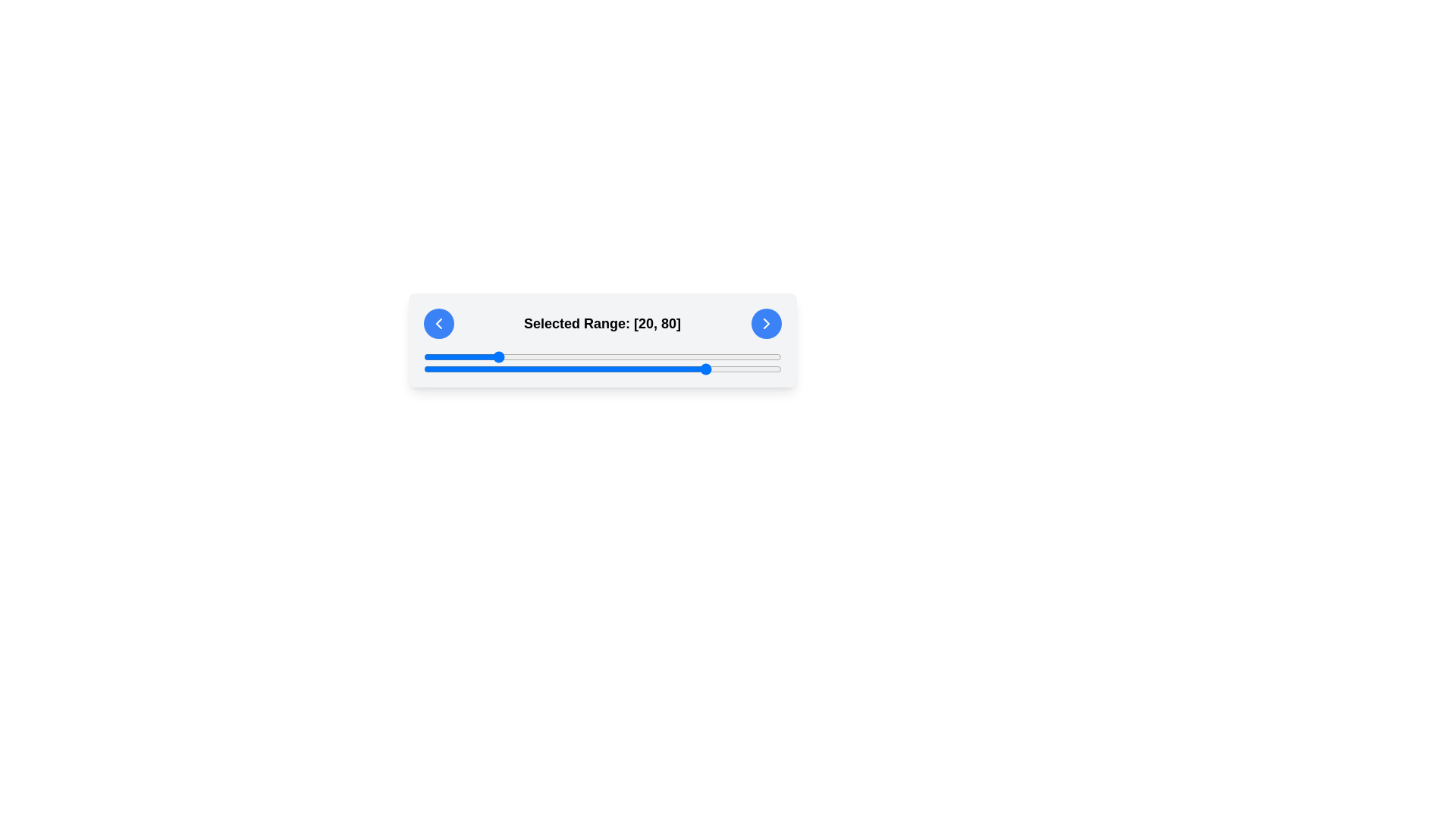 This screenshot has height=819, width=1456. I want to click on the text label displaying 'Selected Range: [20, 80]', which is located centrally between two blue circular buttons with chevron icons, so click(601, 323).